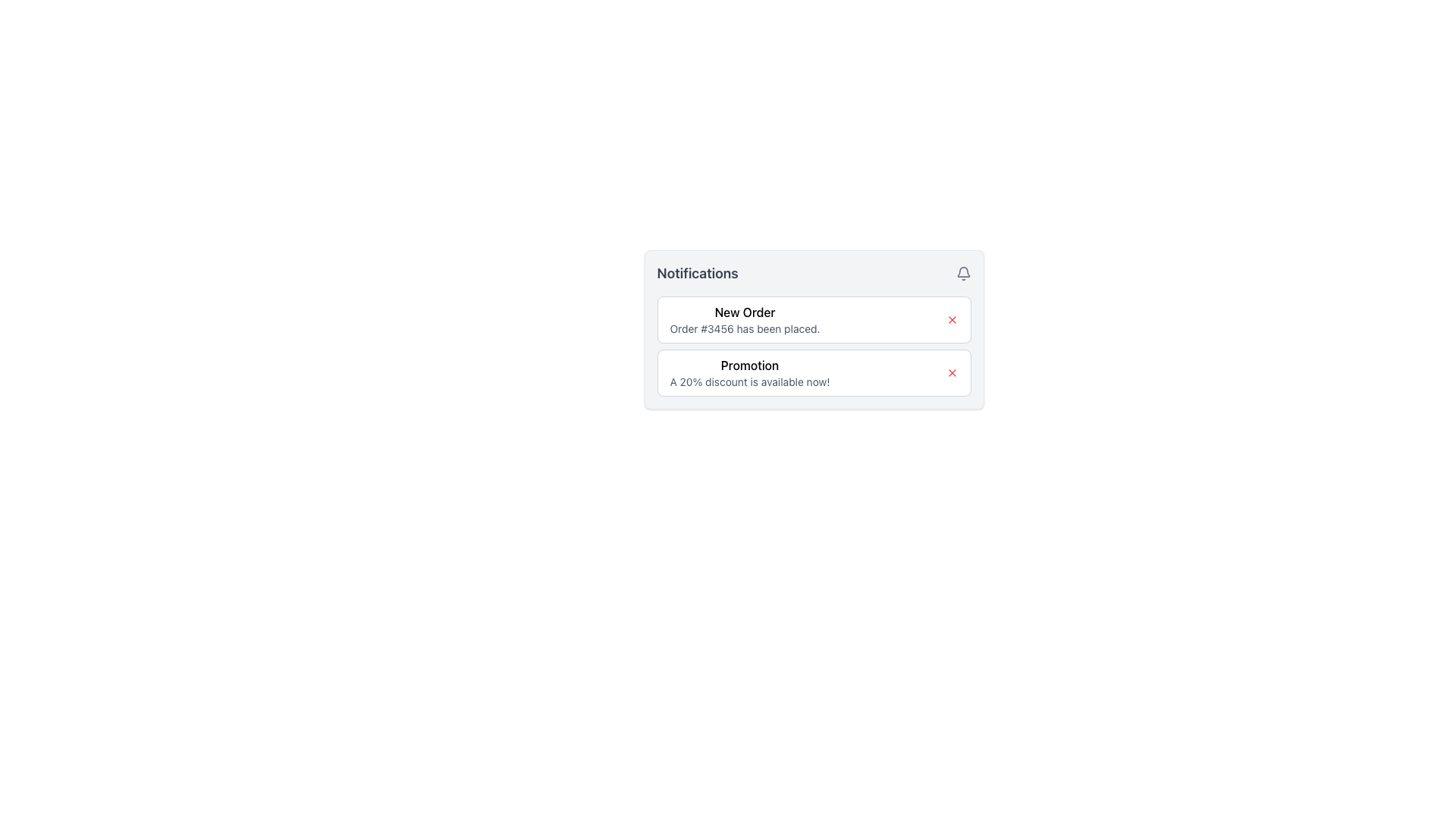 The image size is (1456, 819). I want to click on the outlined bell icon located in the top-right corner of the 'Notifications' section header, next to the 'Notifications' text, so click(962, 274).